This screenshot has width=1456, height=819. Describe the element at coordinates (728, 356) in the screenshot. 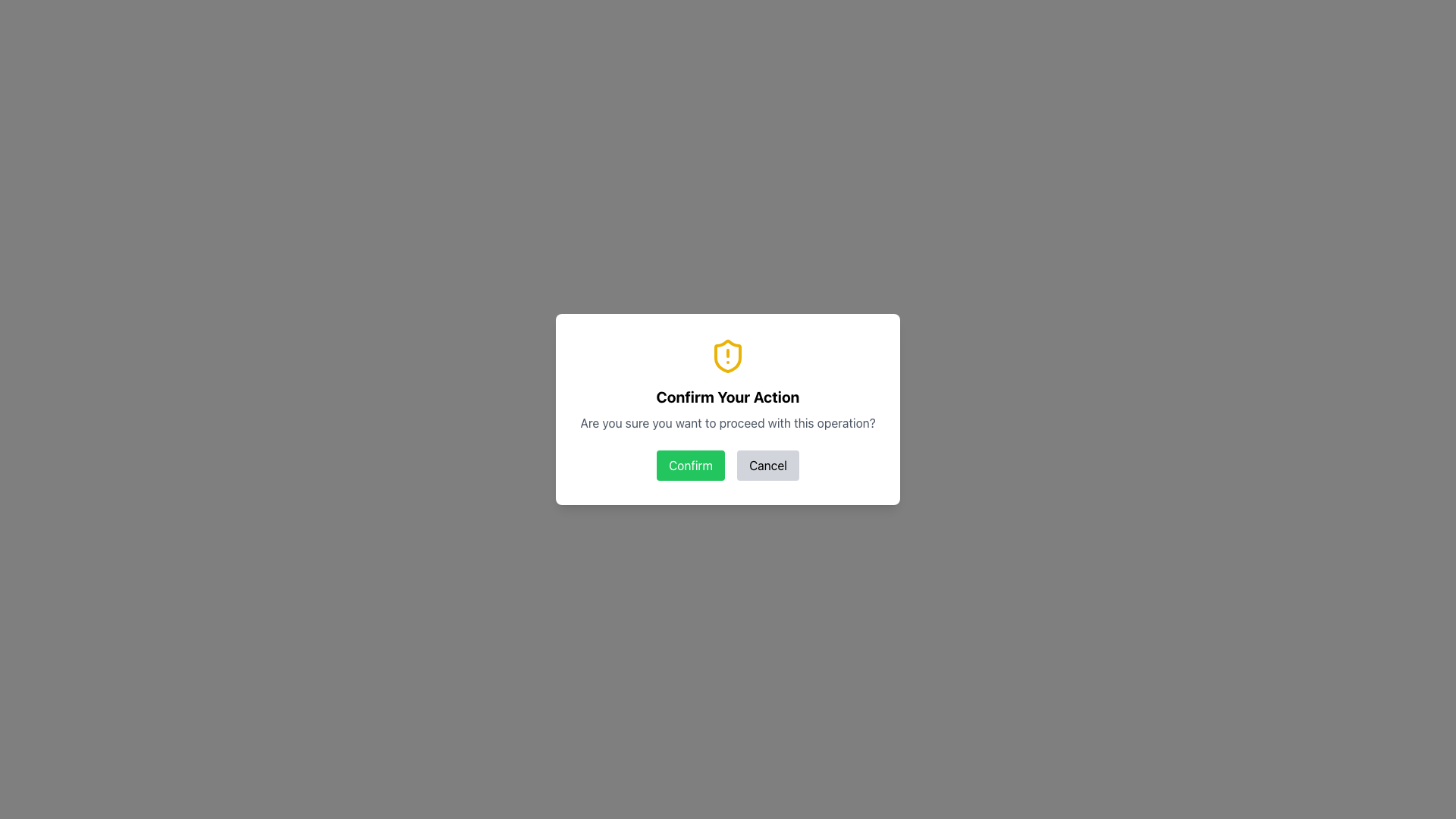

I see `the shield-shaped icon with a yellow outline and an exclamation mark inside, which is located at the top center of the dialog box above the text 'Confirm Your Action'` at that location.